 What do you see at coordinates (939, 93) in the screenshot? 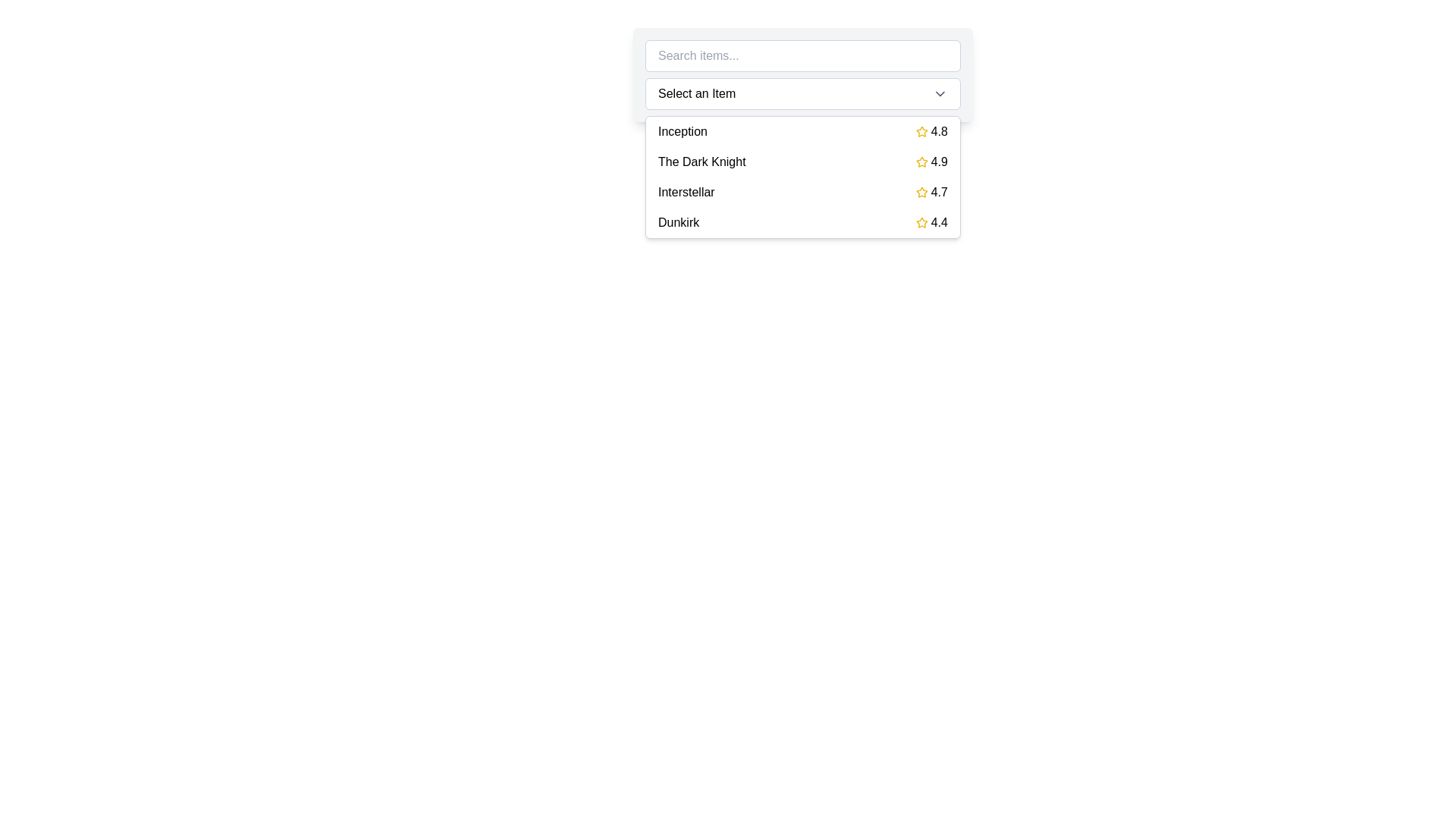
I see `the dropdown menu icon located on the right side of the 'Select an Item' component to expand or collapse the options` at bounding box center [939, 93].